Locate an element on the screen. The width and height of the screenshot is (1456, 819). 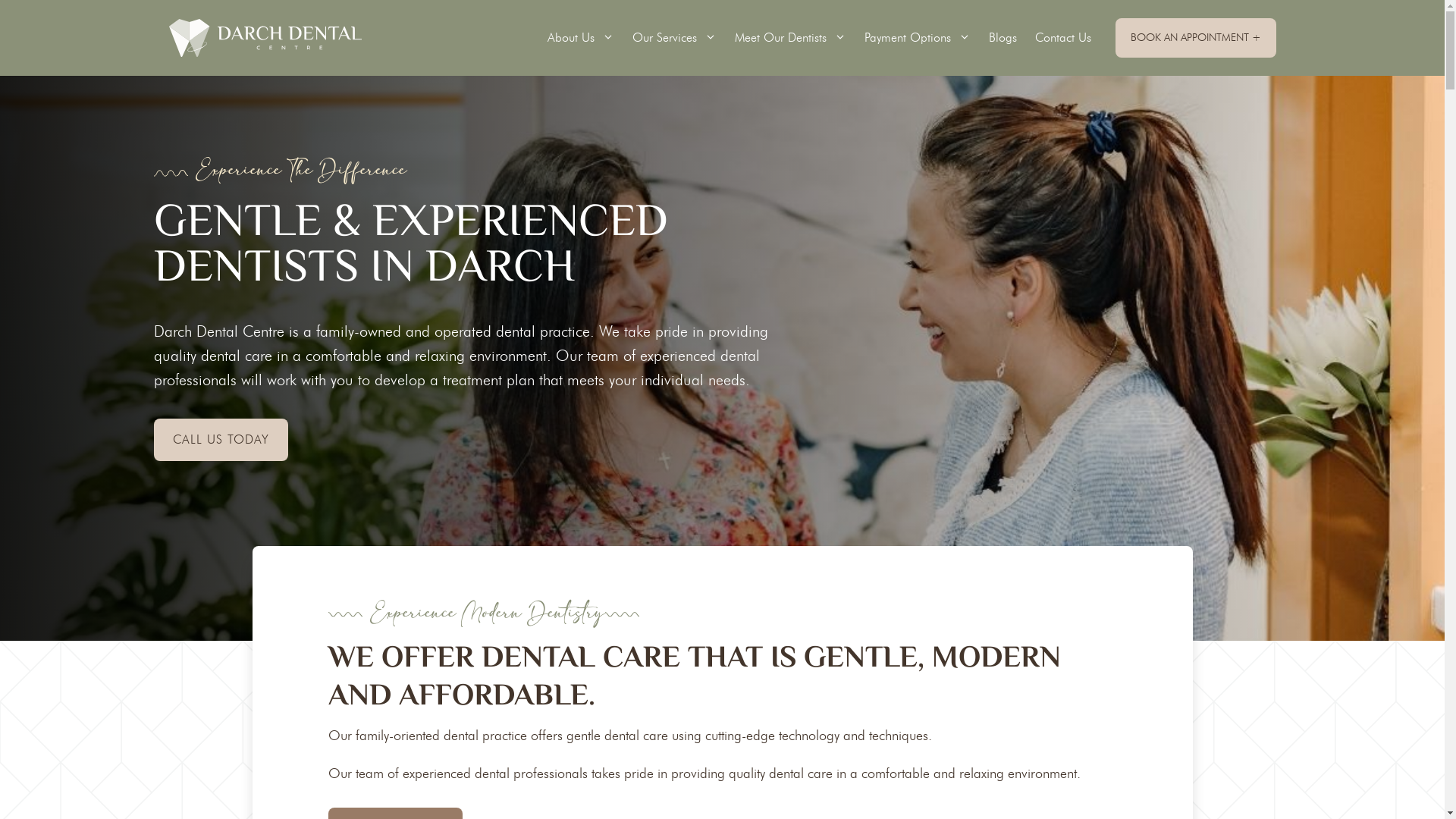
'Meet Our Dentists' is located at coordinates (789, 37).